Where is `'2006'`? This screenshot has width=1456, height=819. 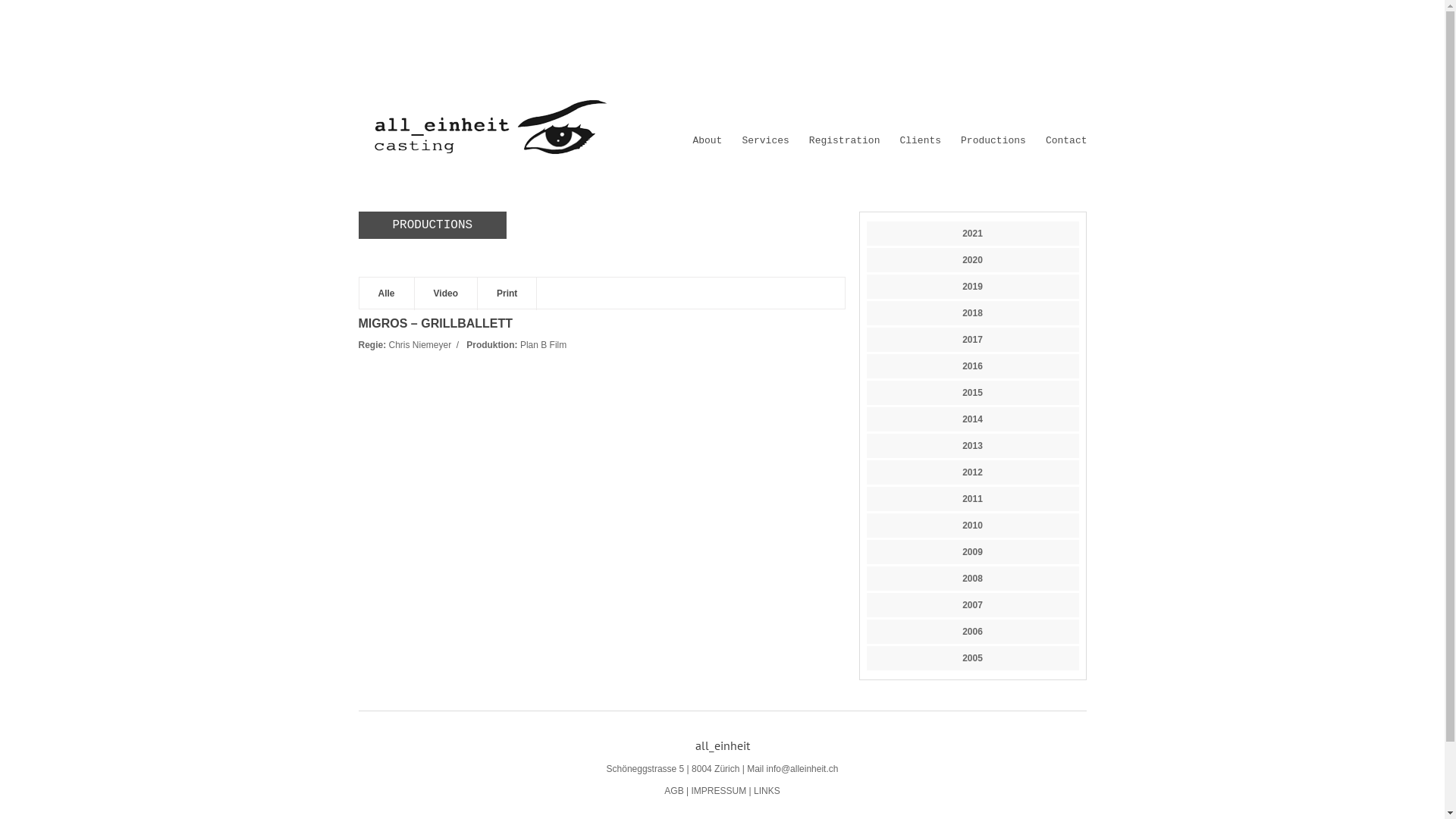
'2006' is located at coordinates (972, 632).